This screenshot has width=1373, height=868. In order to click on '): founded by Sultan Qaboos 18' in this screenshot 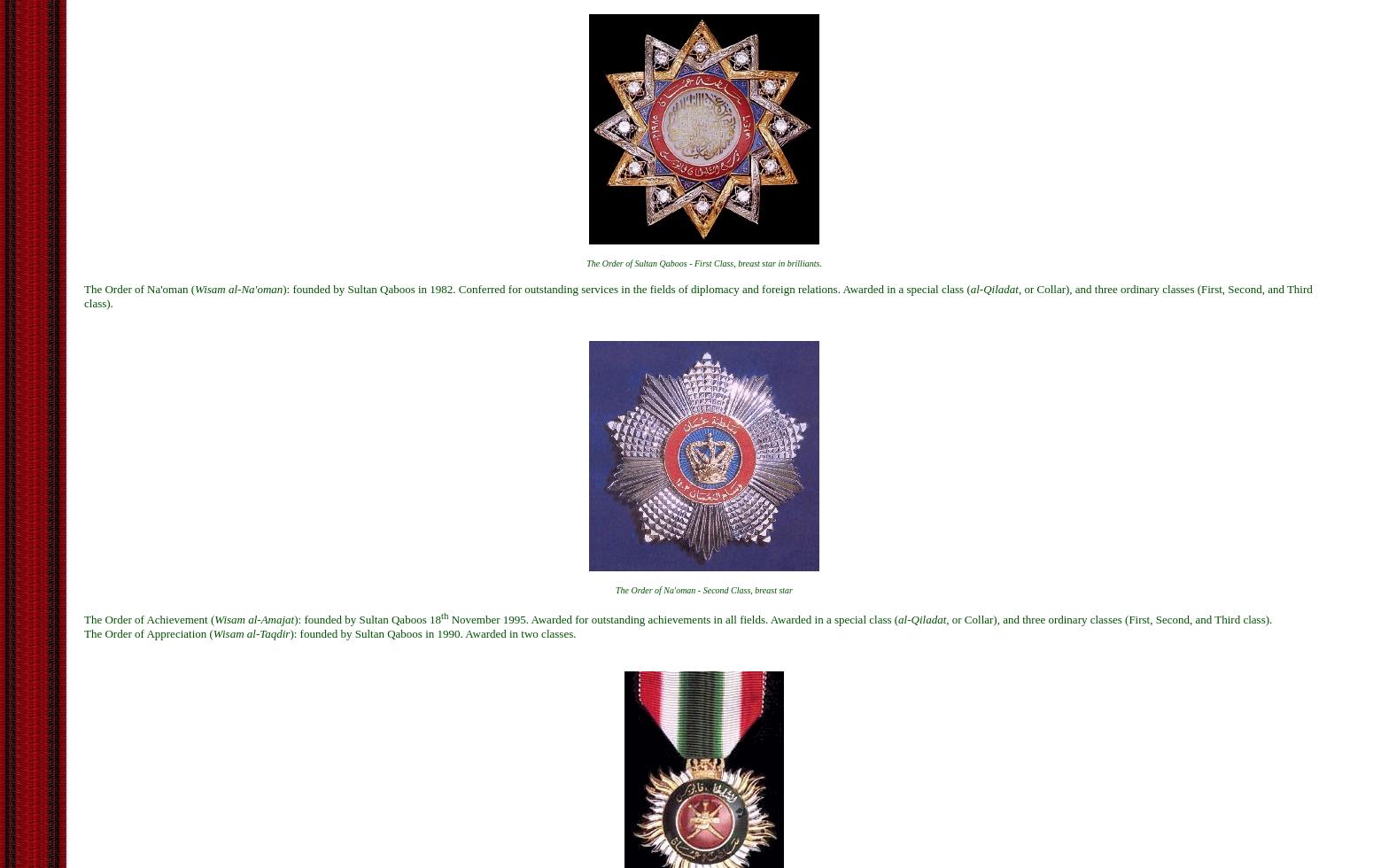, I will do `click(367, 618)`.